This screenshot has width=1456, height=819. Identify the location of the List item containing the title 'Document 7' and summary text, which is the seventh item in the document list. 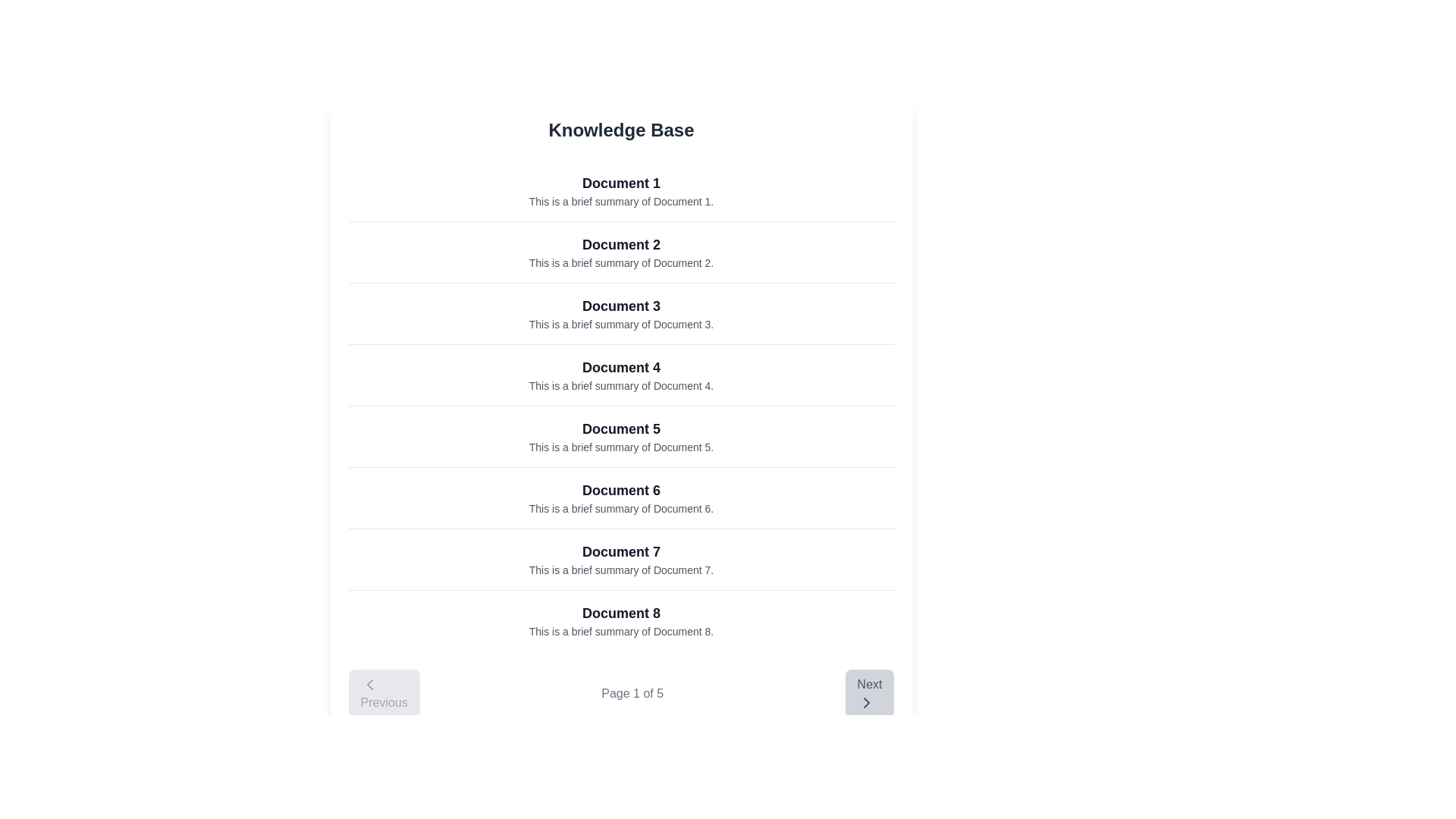
(621, 559).